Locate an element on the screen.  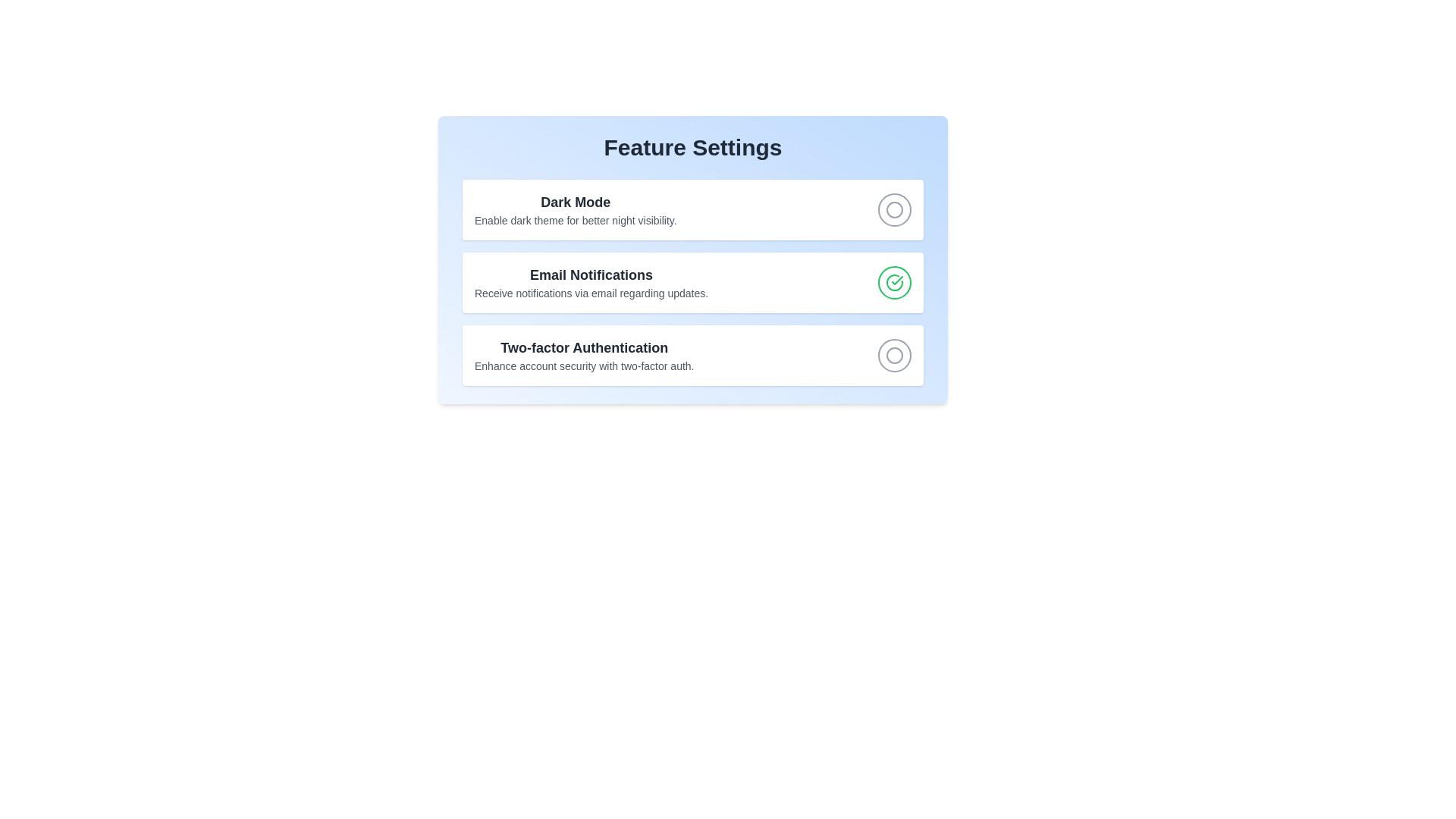
the 'Dark Mode' informational text component, which is the first item in the 'Feature Settings' section is located at coordinates (575, 210).